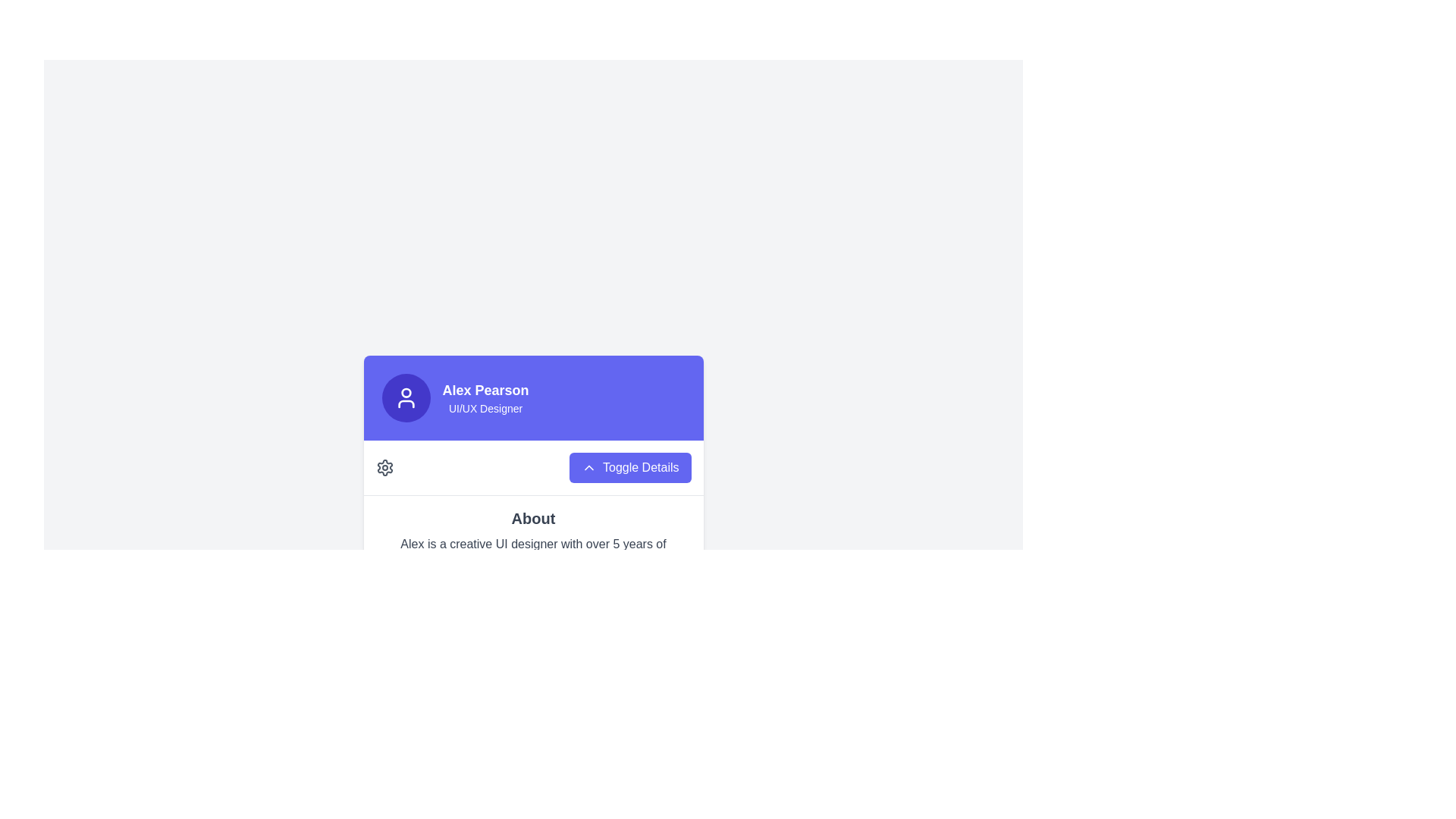  Describe the element at coordinates (588, 466) in the screenshot. I see `the upward-pointing chevron icon located to the left of the 'Toggle Details' text within the button` at that location.